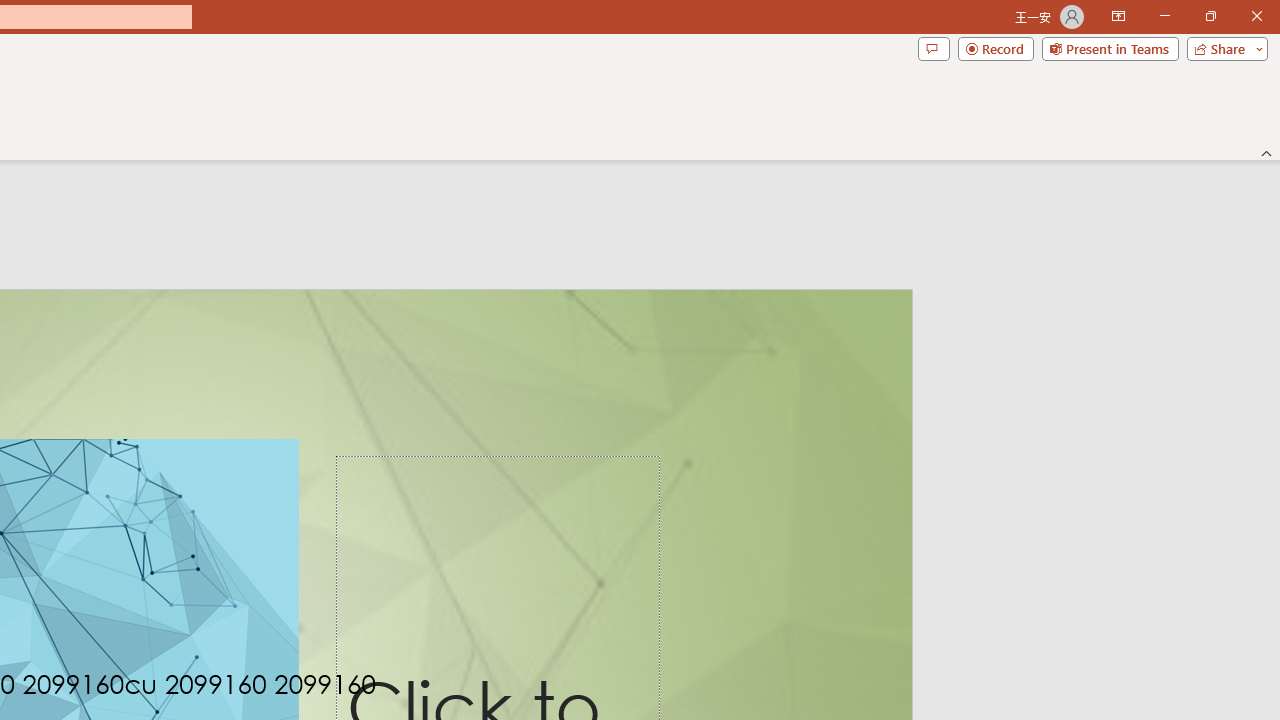 The width and height of the screenshot is (1280, 720). I want to click on 'Restore Down', so click(1209, 16).